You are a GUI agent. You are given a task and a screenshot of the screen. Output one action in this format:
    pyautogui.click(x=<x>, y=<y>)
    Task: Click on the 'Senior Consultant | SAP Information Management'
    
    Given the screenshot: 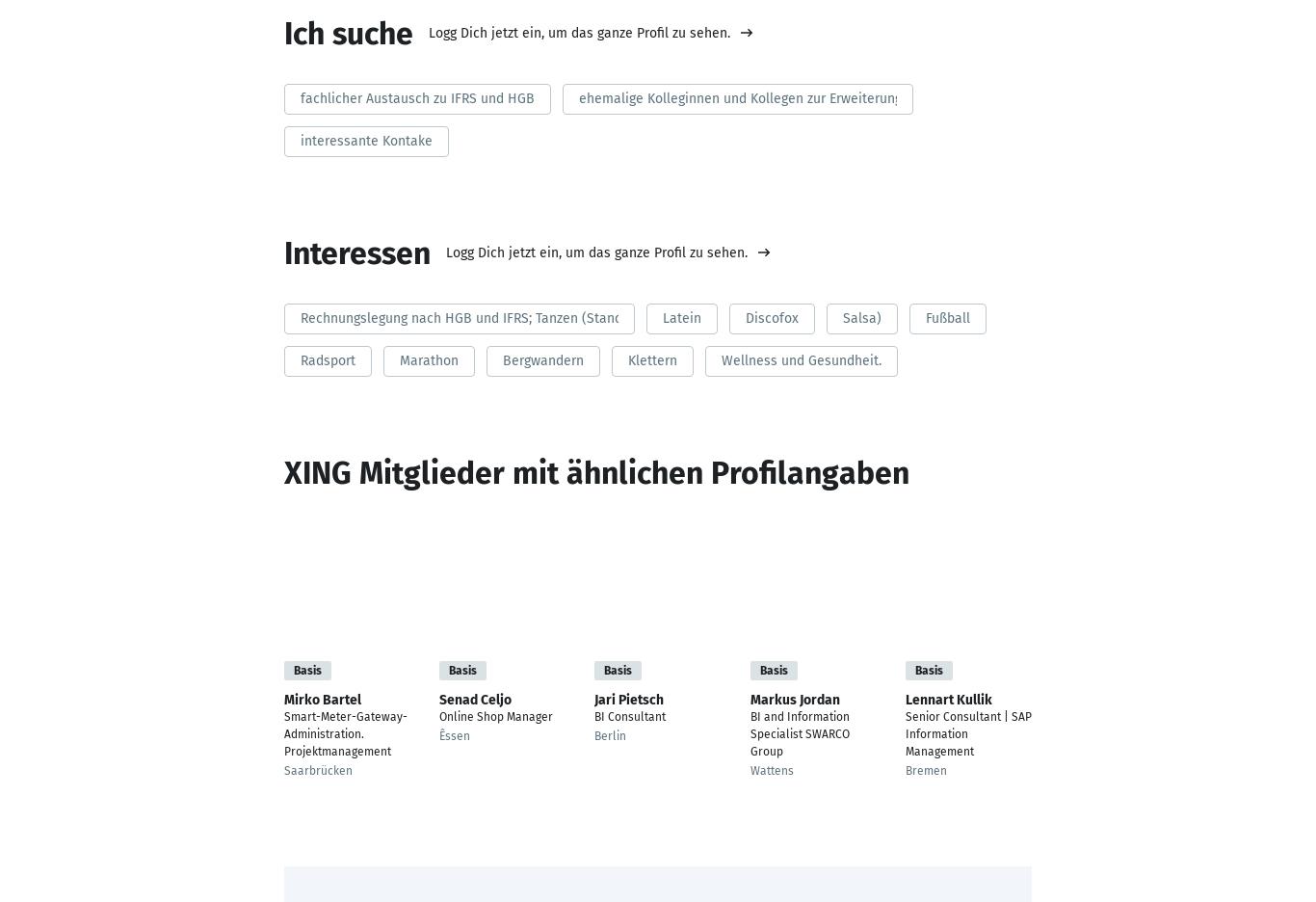 What is the action you would take?
    pyautogui.click(x=967, y=733)
    